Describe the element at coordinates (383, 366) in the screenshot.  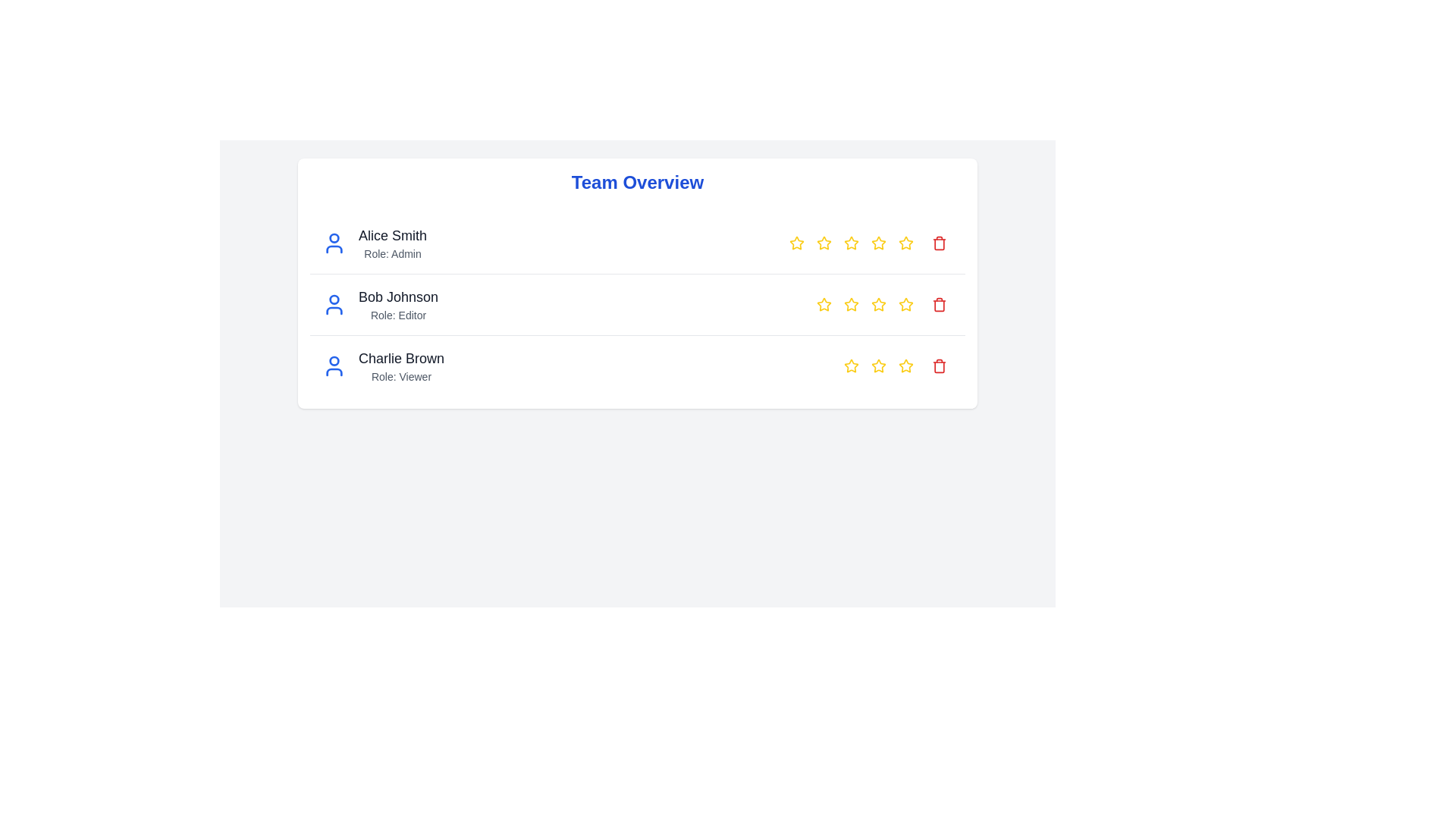
I see `the informational display row for 'Charlie Brown', which includes a blue silhouette icon on the left and text indicating 'Role: Viewer' below the name, positioned in the 'Team Overview' section` at that location.